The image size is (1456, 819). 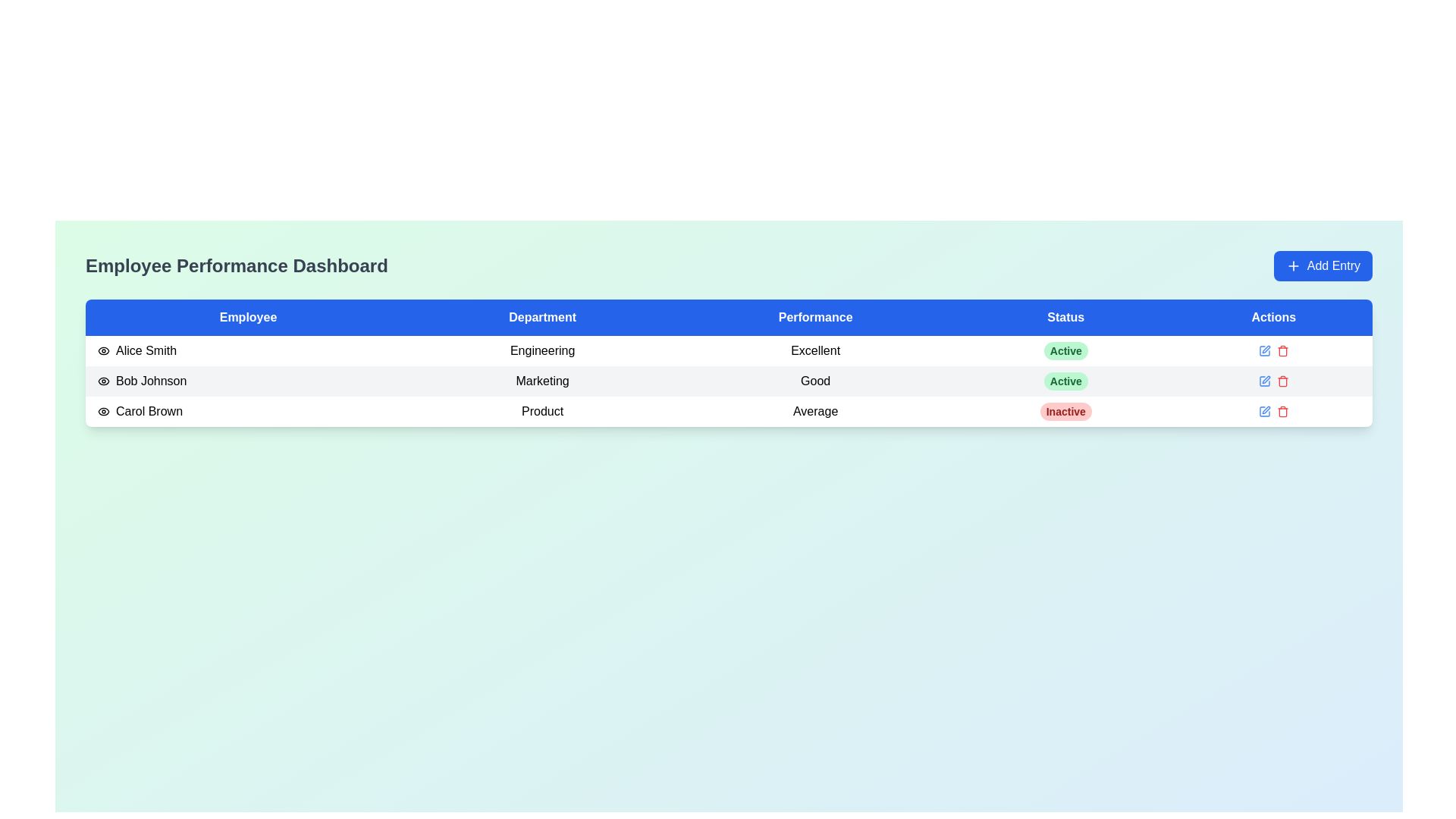 I want to click on the second button on the right of the header section, so click(x=1322, y=265).